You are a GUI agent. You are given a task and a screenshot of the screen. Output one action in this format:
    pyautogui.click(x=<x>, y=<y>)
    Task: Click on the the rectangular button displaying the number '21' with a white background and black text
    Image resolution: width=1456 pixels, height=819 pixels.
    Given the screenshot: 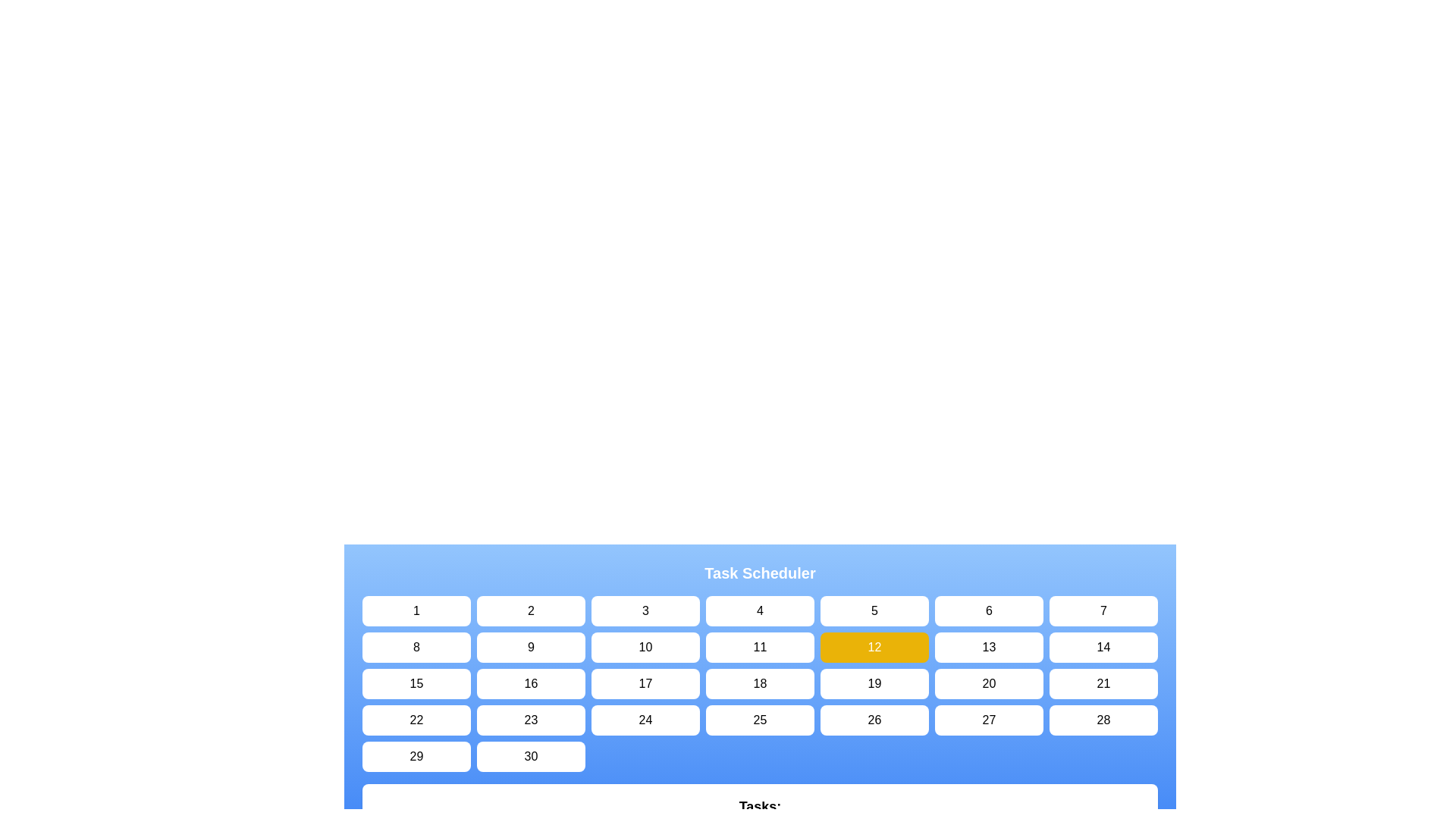 What is the action you would take?
    pyautogui.click(x=1103, y=684)
    